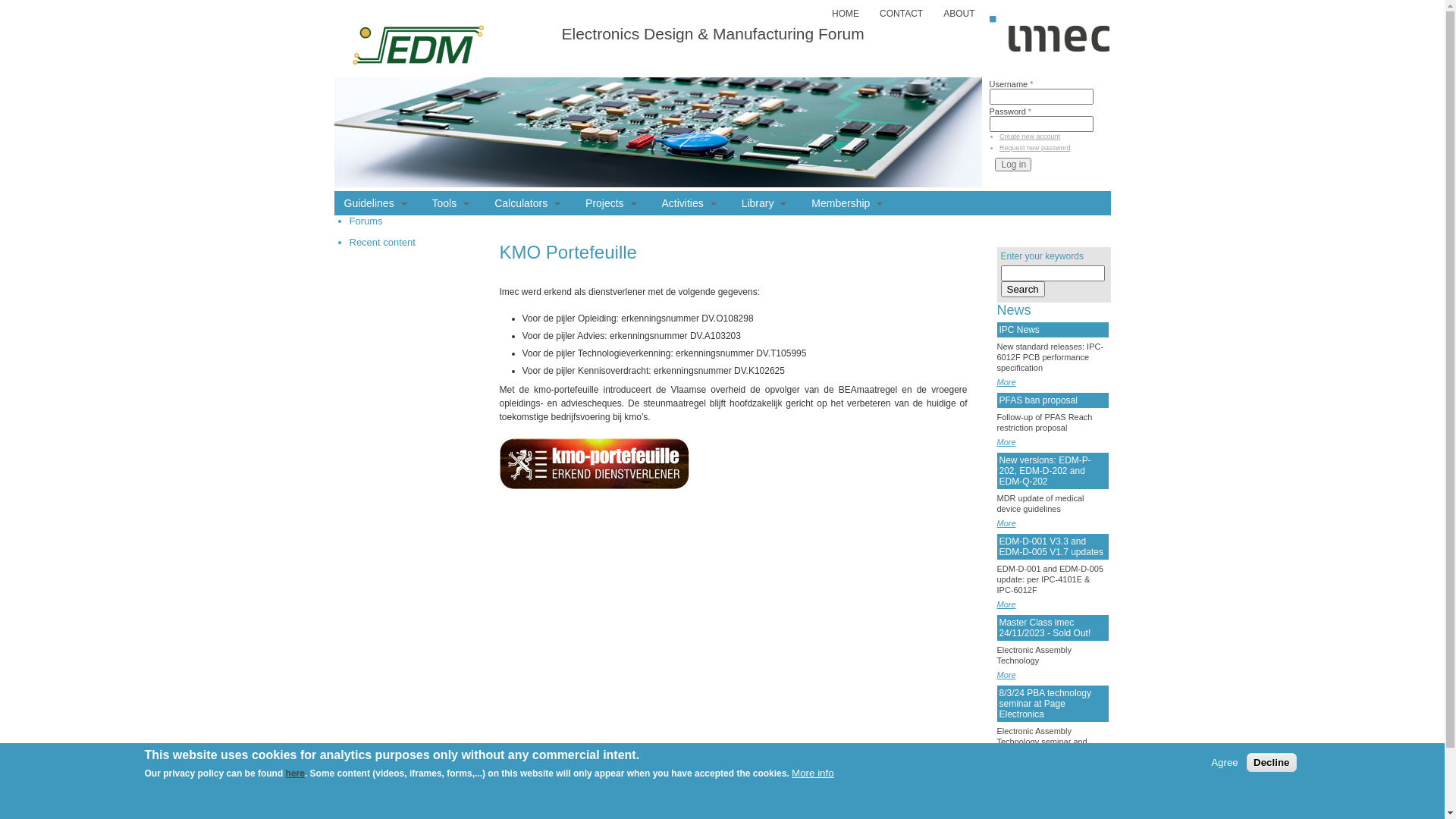 The image size is (1456, 819). I want to click on 'Activities', so click(654, 202).